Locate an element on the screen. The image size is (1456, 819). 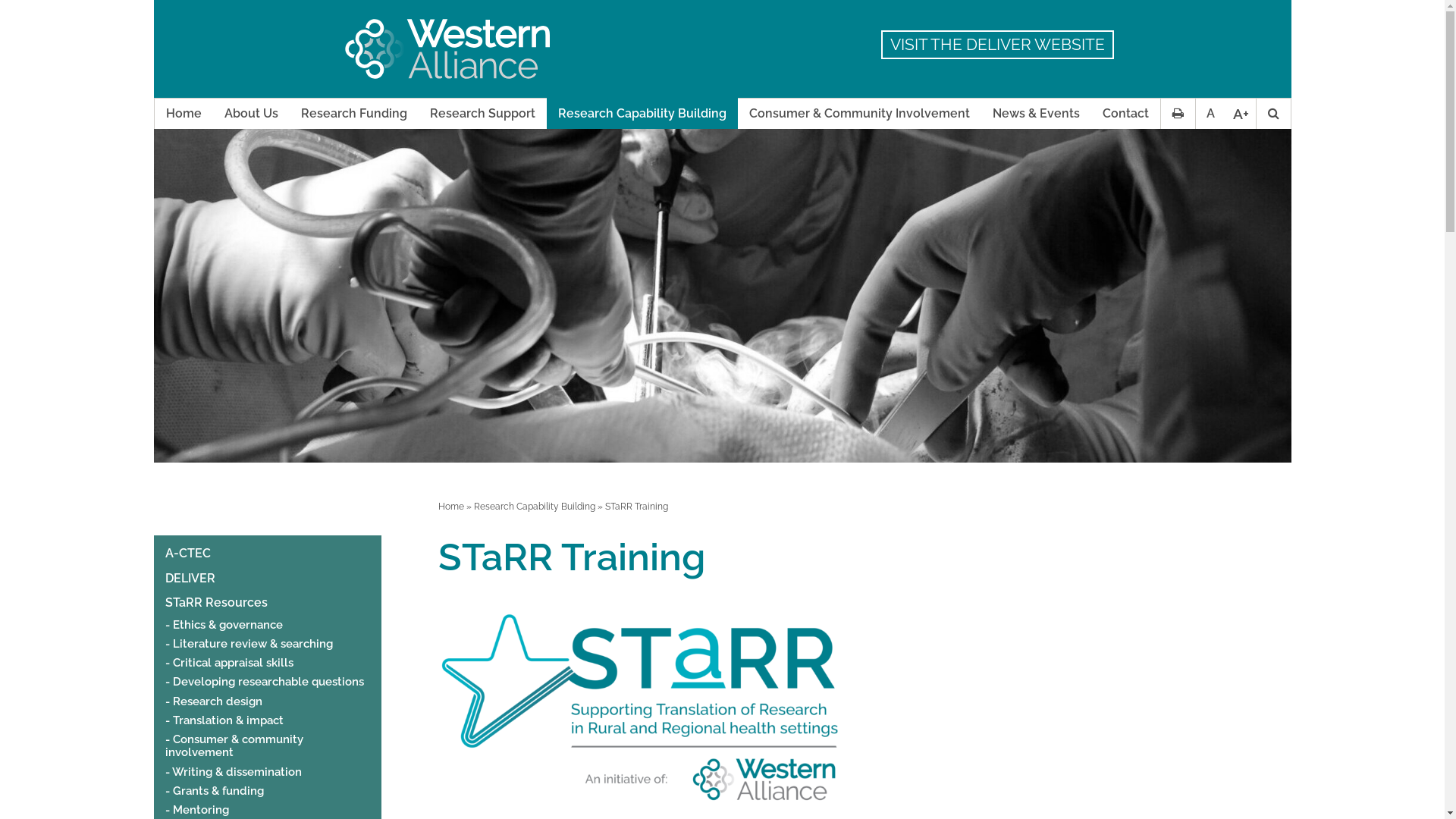
'Ethics & governance' is located at coordinates (223, 625).